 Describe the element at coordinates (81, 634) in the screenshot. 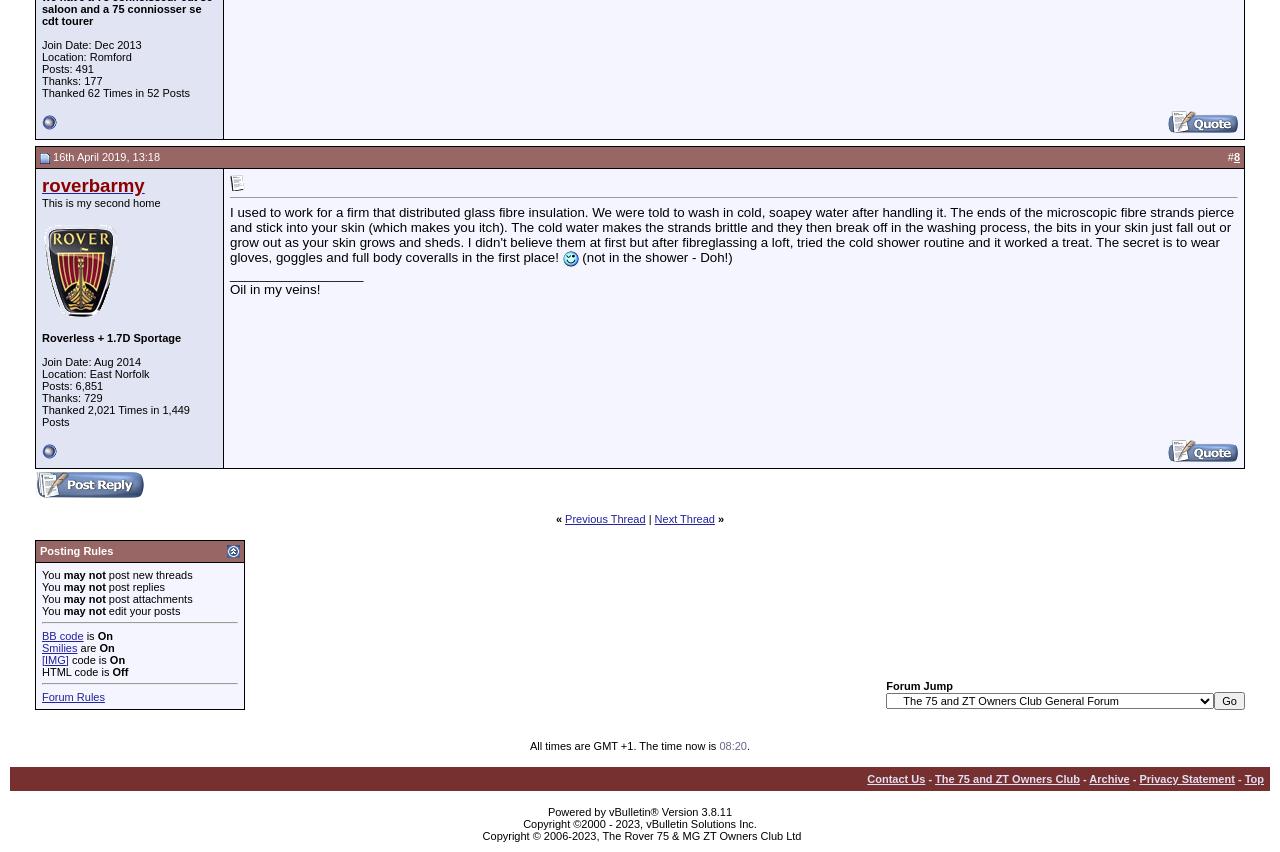

I see `'is'` at that location.